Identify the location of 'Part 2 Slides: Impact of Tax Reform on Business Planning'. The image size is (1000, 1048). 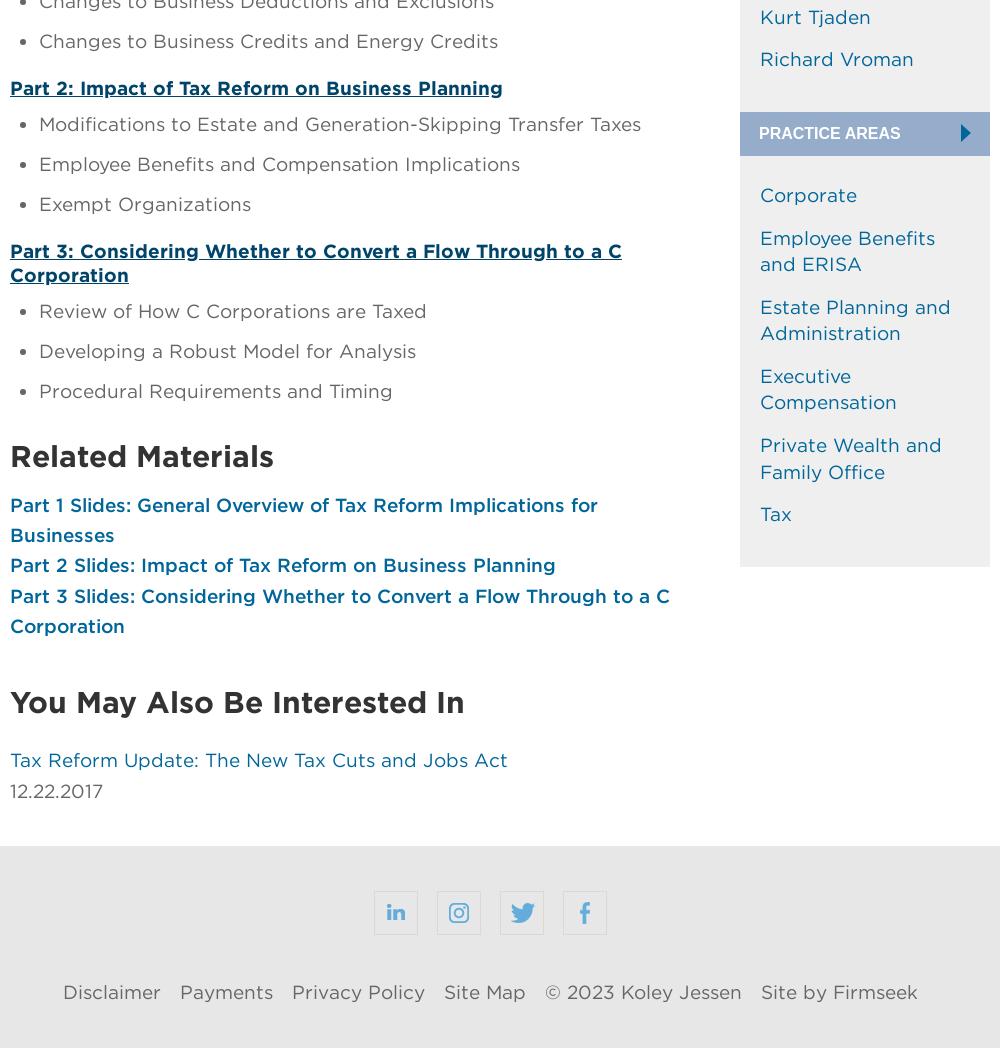
(283, 563).